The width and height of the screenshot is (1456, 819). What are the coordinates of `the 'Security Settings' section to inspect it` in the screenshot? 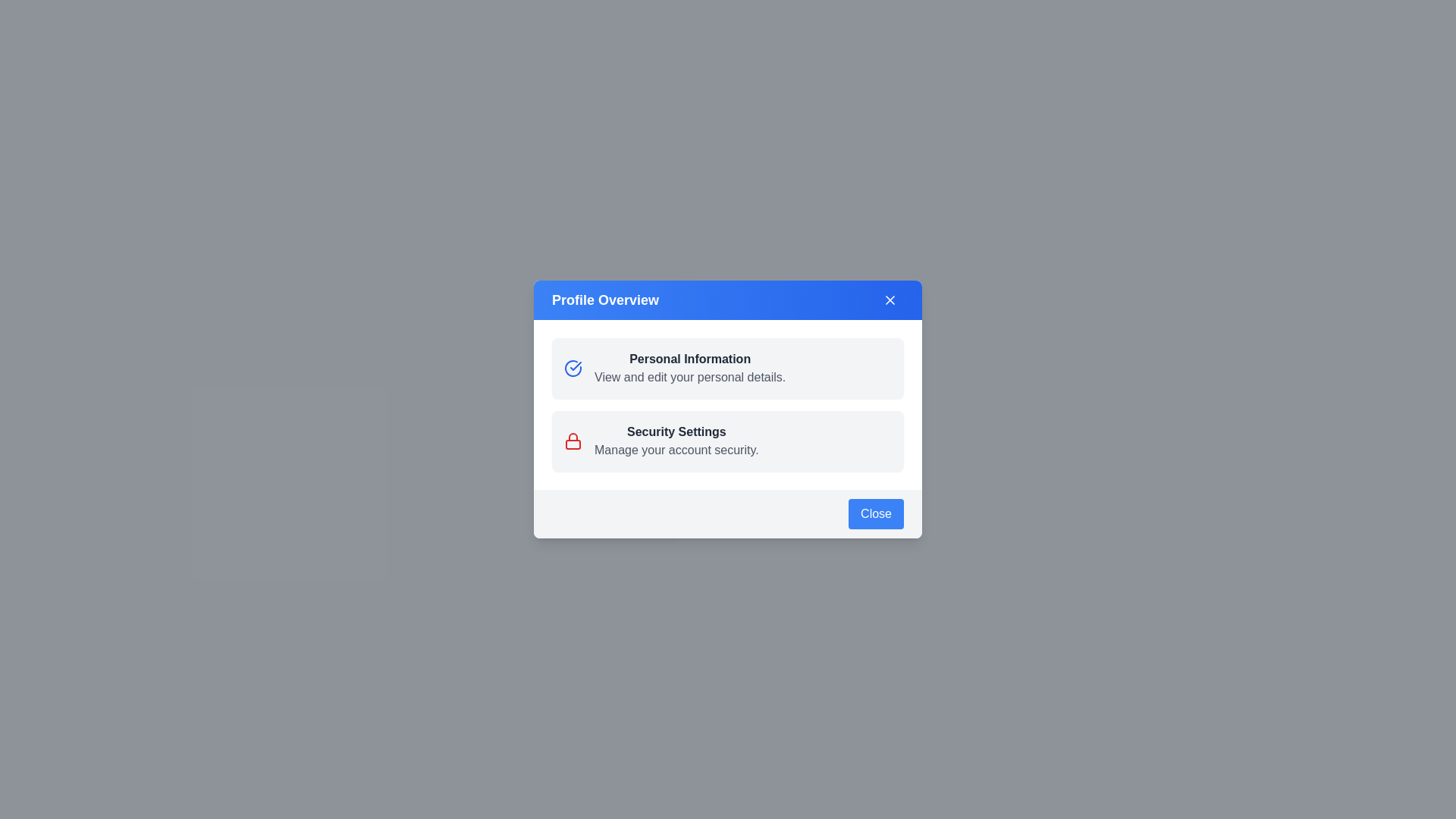 It's located at (728, 441).